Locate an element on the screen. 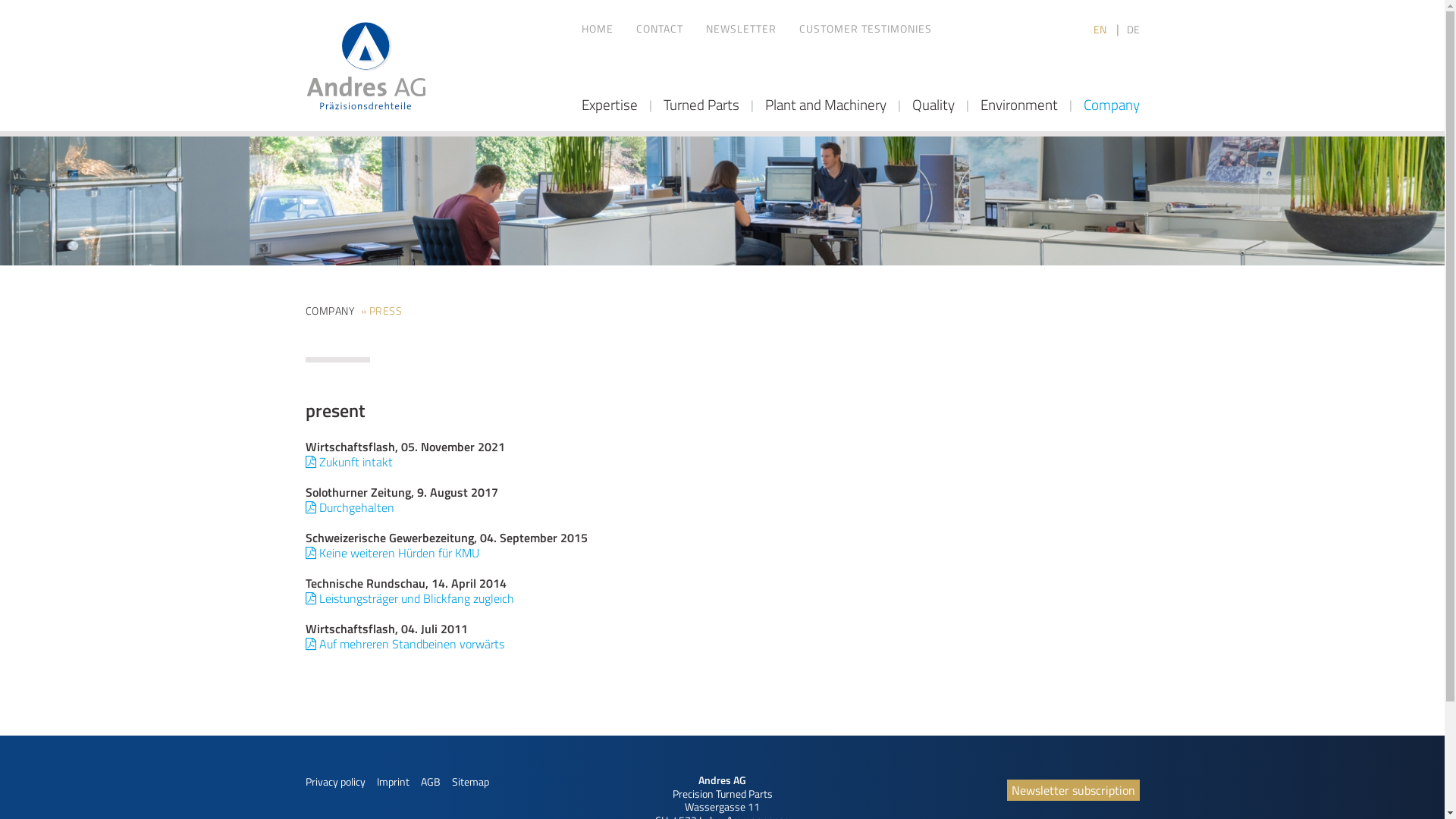 This screenshot has height=819, width=1456. 'Newsletter subscription' is located at coordinates (1072, 789).